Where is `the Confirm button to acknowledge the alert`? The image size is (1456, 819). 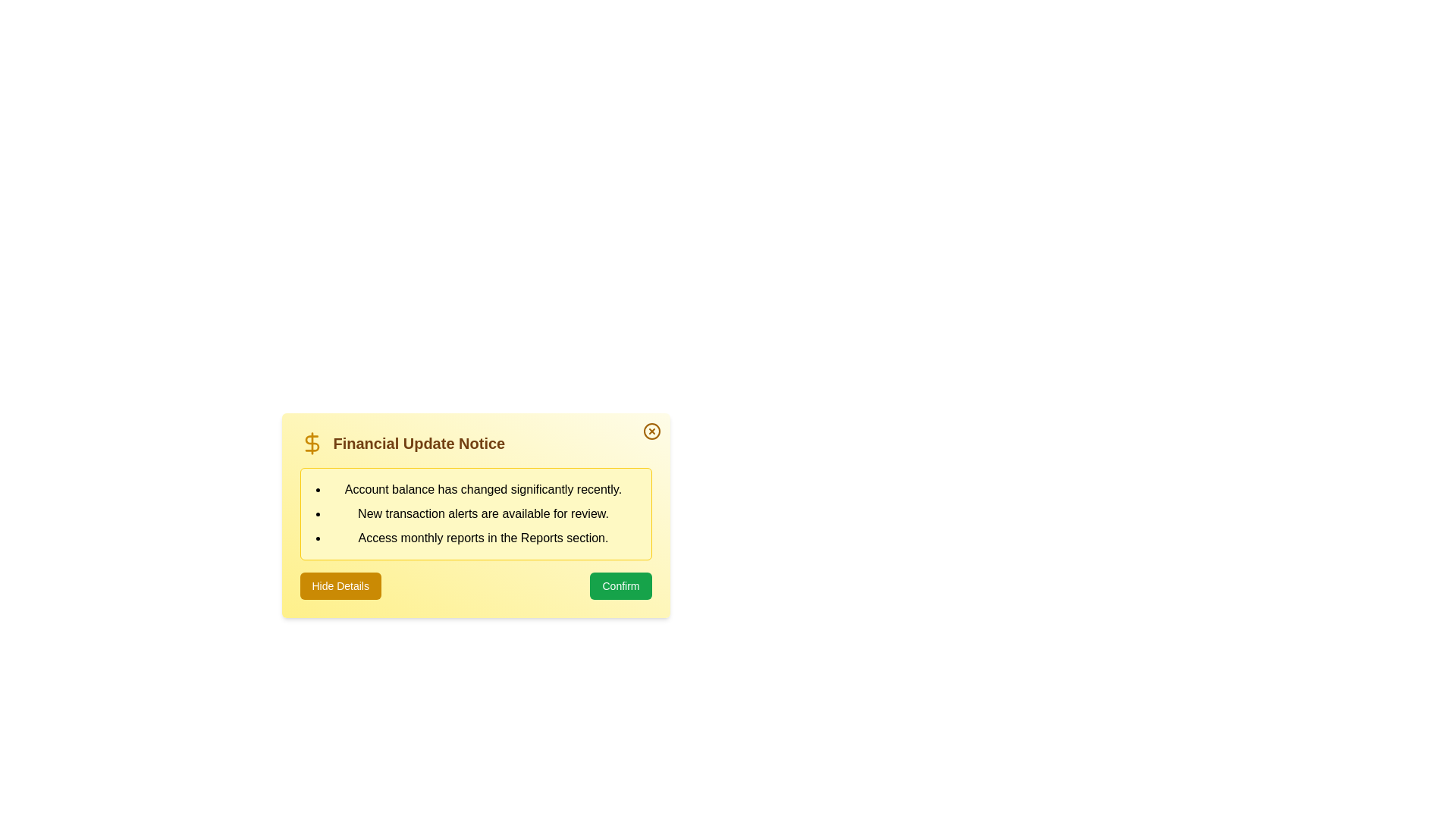 the Confirm button to acknowledge the alert is located at coordinates (621, 585).